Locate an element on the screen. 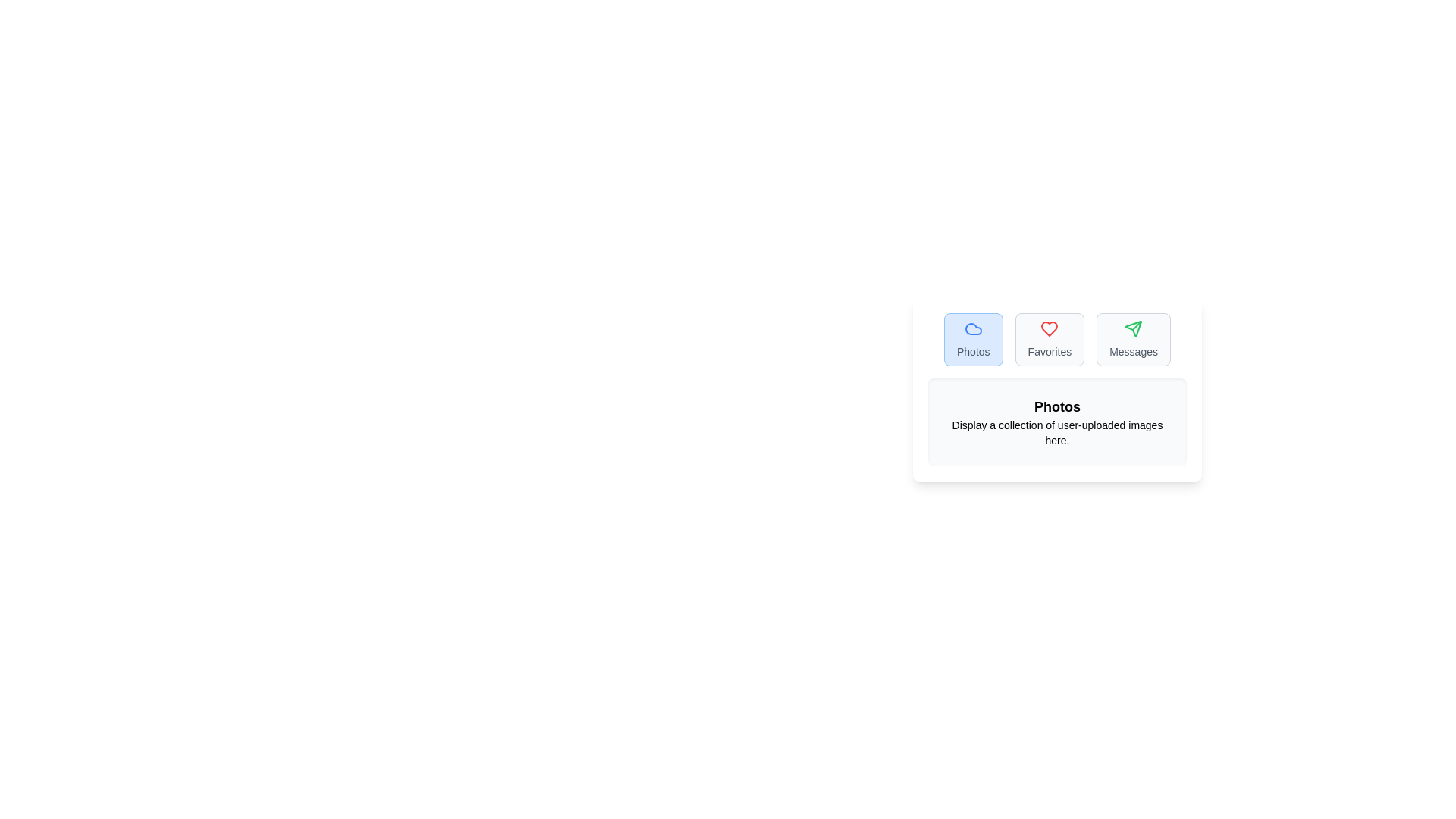 This screenshot has width=1456, height=819. static informational text displaying 'Display a collection of user-uploaded images here.' for debugging purposes, located in the lower half of the 'Photos' section is located at coordinates (1056, 432).